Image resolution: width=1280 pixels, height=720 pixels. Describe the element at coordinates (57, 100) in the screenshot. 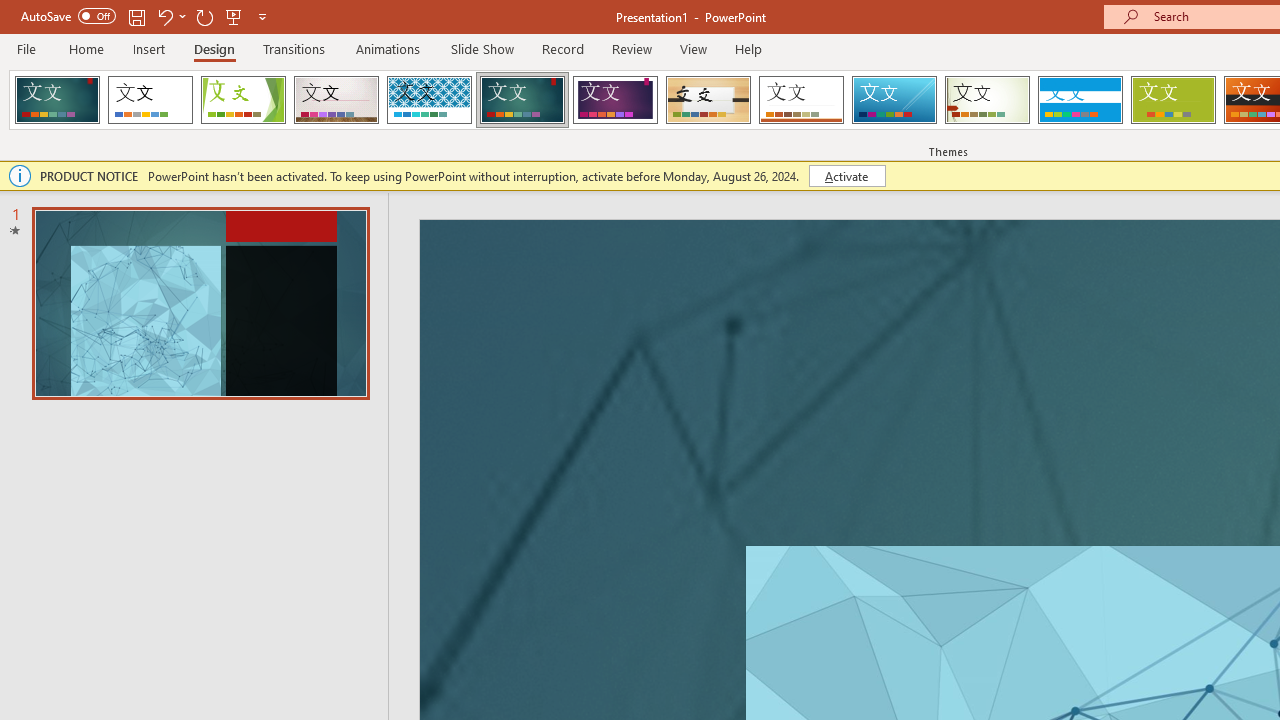

I see `'FadeVTI'` at that location.